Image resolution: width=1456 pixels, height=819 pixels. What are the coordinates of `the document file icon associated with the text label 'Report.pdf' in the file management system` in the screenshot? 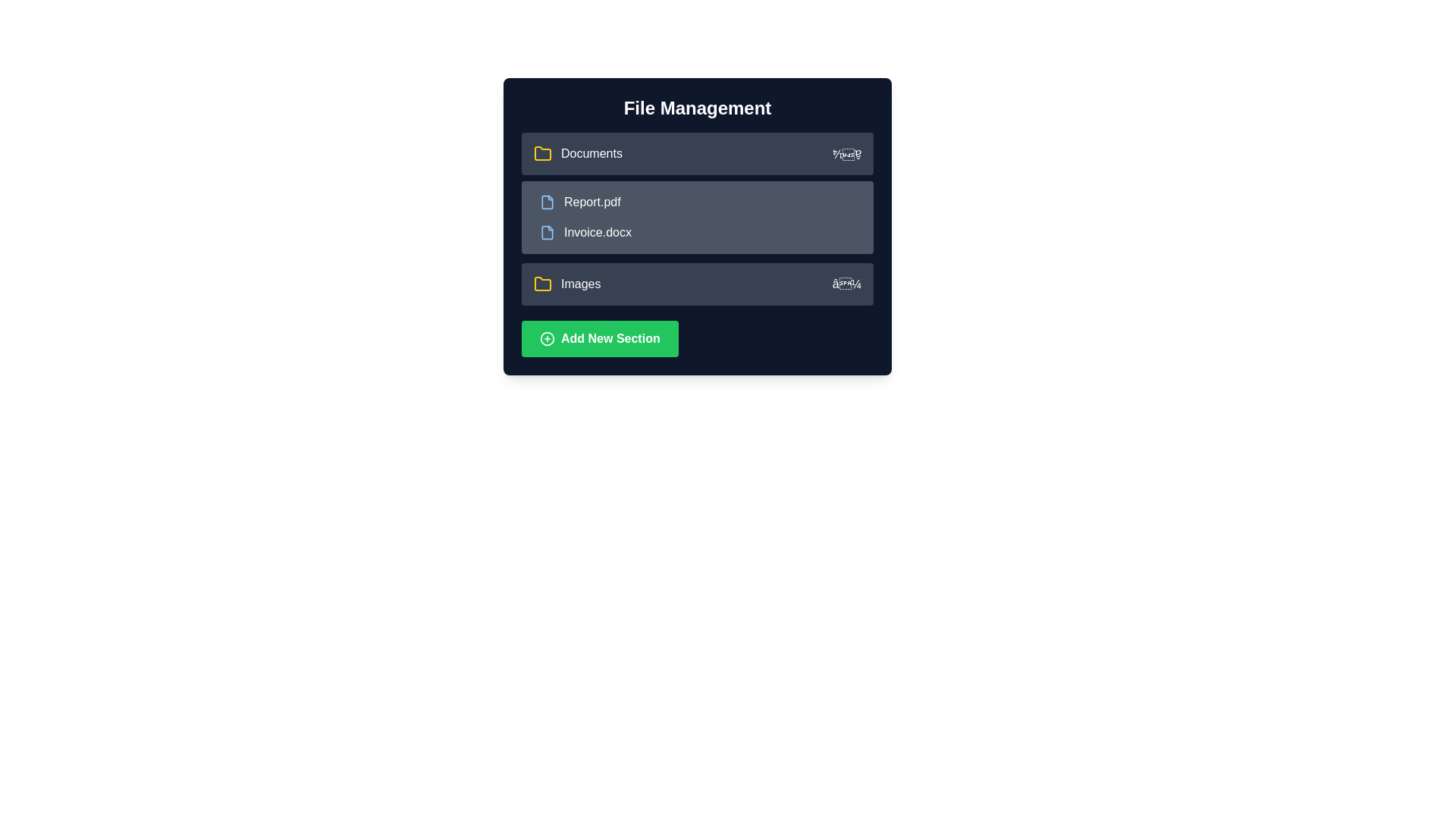 It's located at (546, 201).